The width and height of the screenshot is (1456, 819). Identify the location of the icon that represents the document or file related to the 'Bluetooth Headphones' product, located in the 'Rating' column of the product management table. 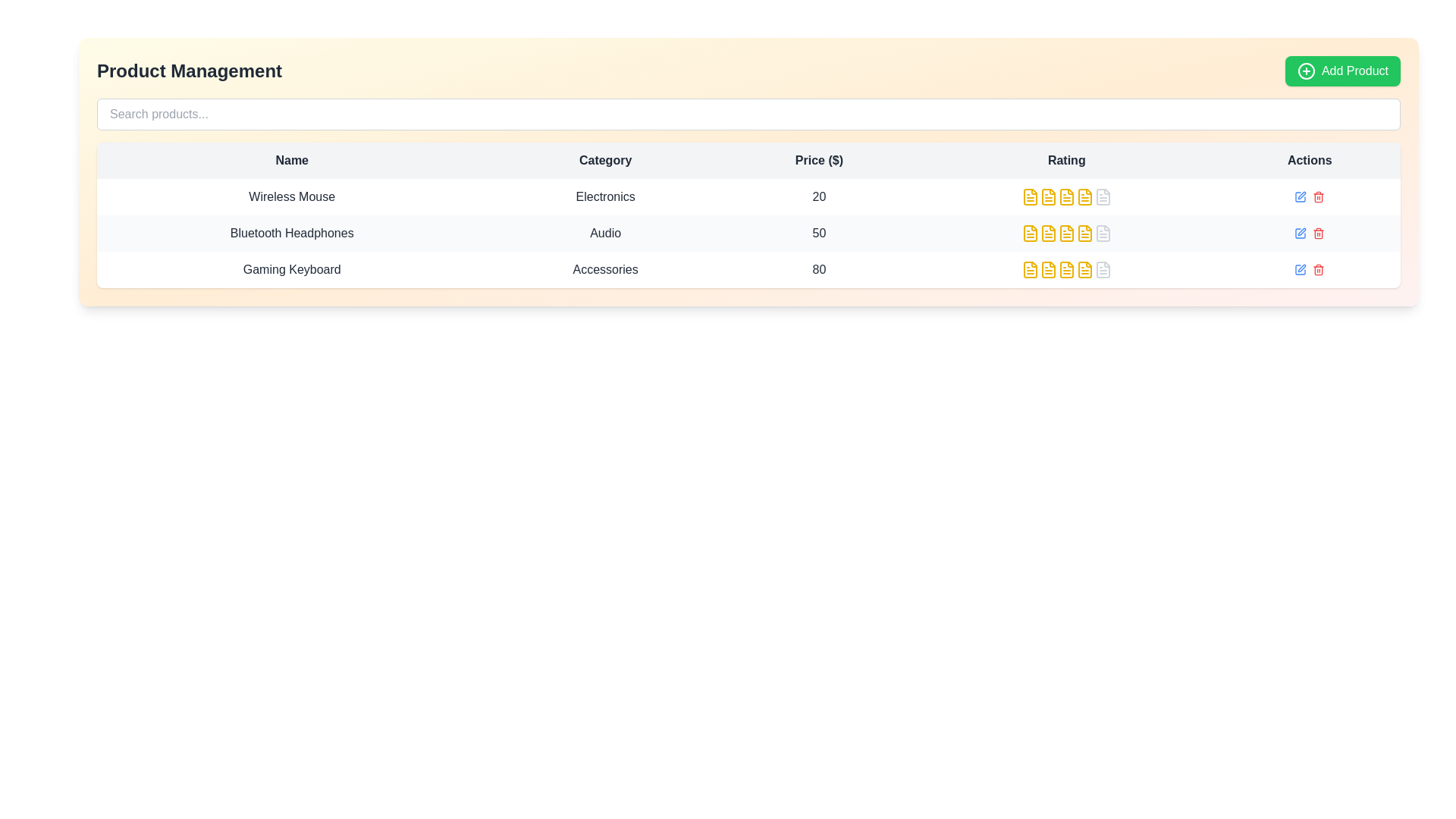
(1103, 234).